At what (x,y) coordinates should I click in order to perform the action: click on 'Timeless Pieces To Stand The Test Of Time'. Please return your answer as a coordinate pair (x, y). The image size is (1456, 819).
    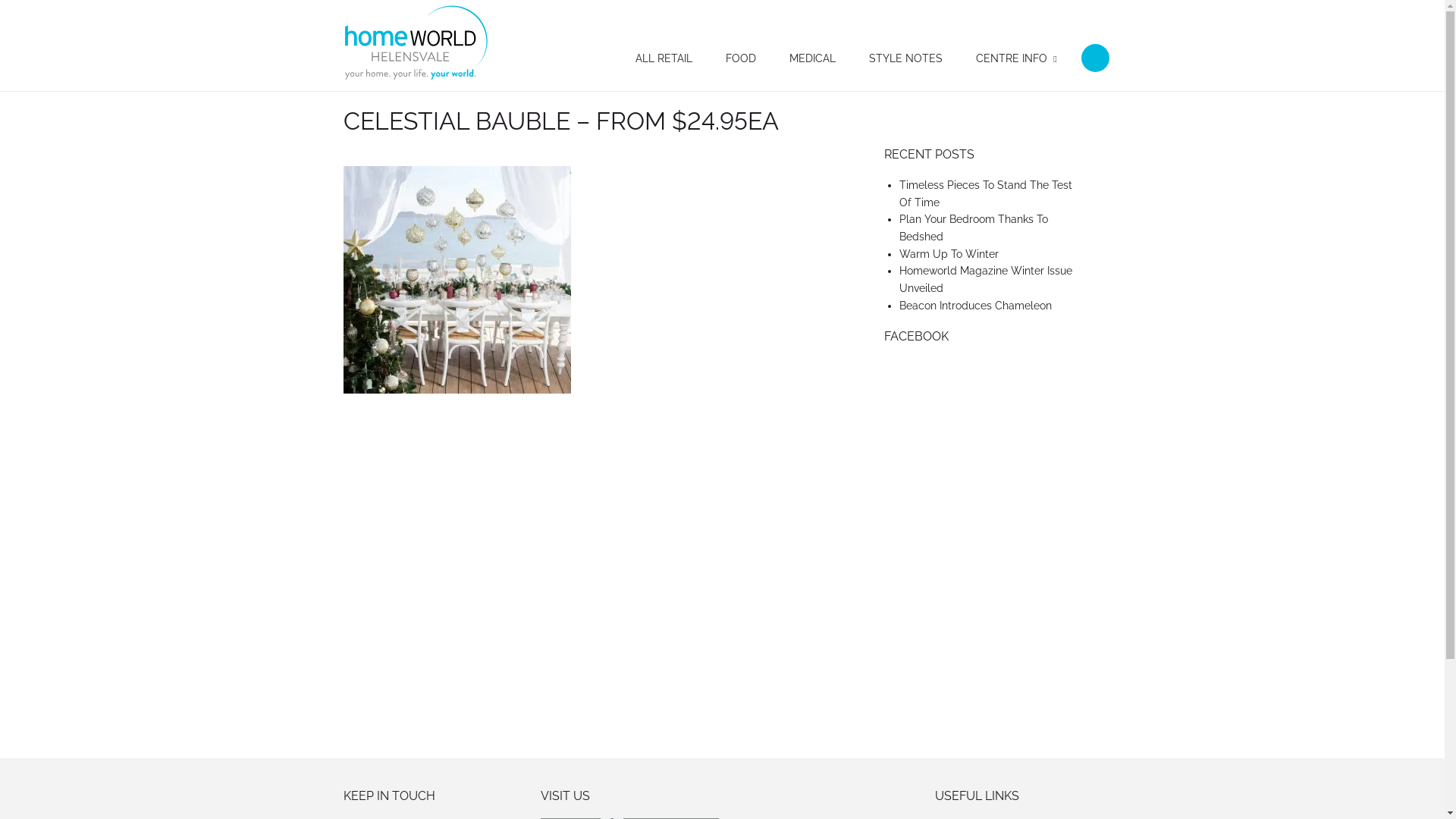
    Looking at the image, I should click on (986, 193).